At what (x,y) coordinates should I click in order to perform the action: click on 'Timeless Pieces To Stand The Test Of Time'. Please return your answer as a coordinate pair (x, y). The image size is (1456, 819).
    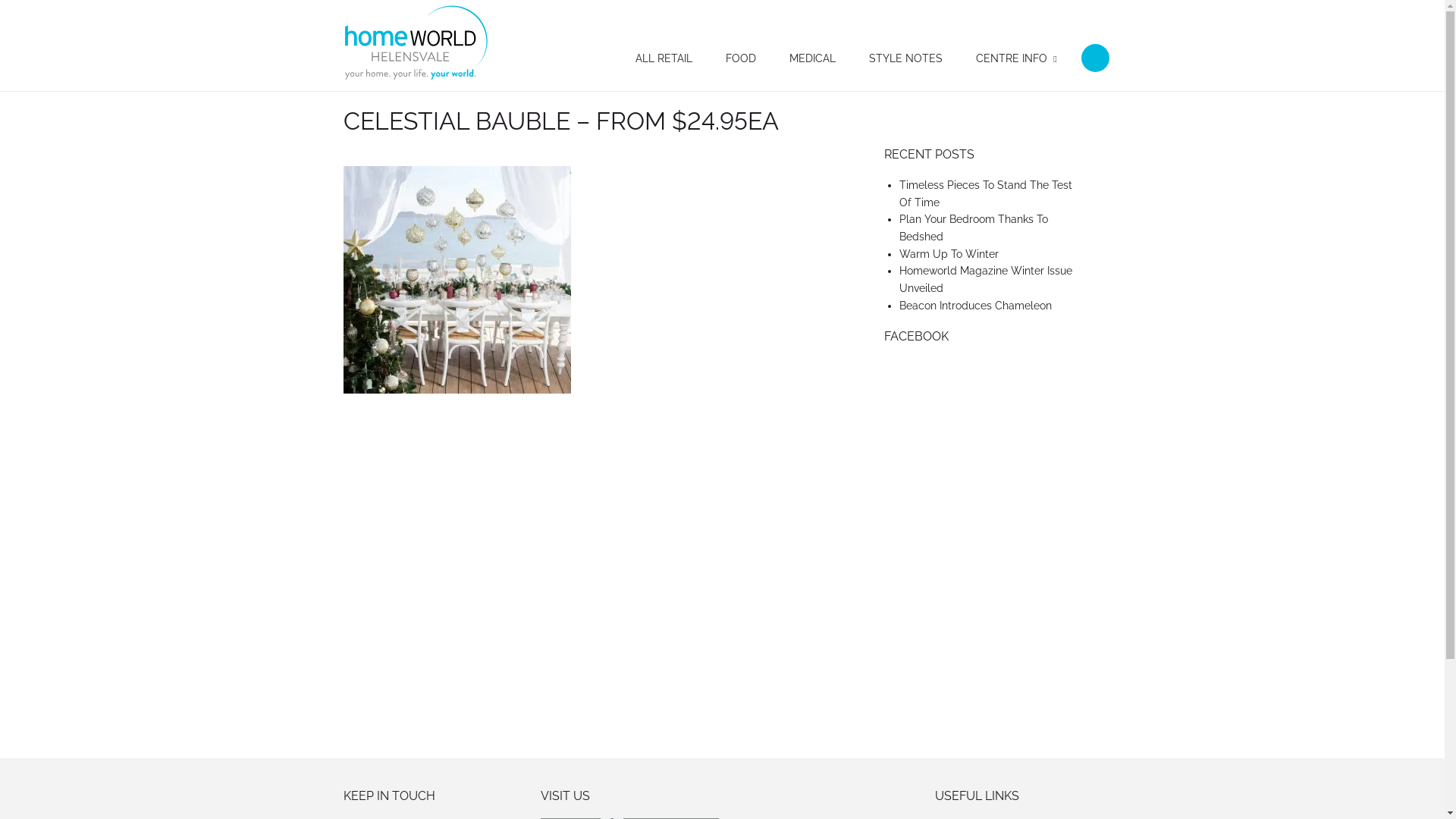
    Looking at the image, I should click on (986, 193).